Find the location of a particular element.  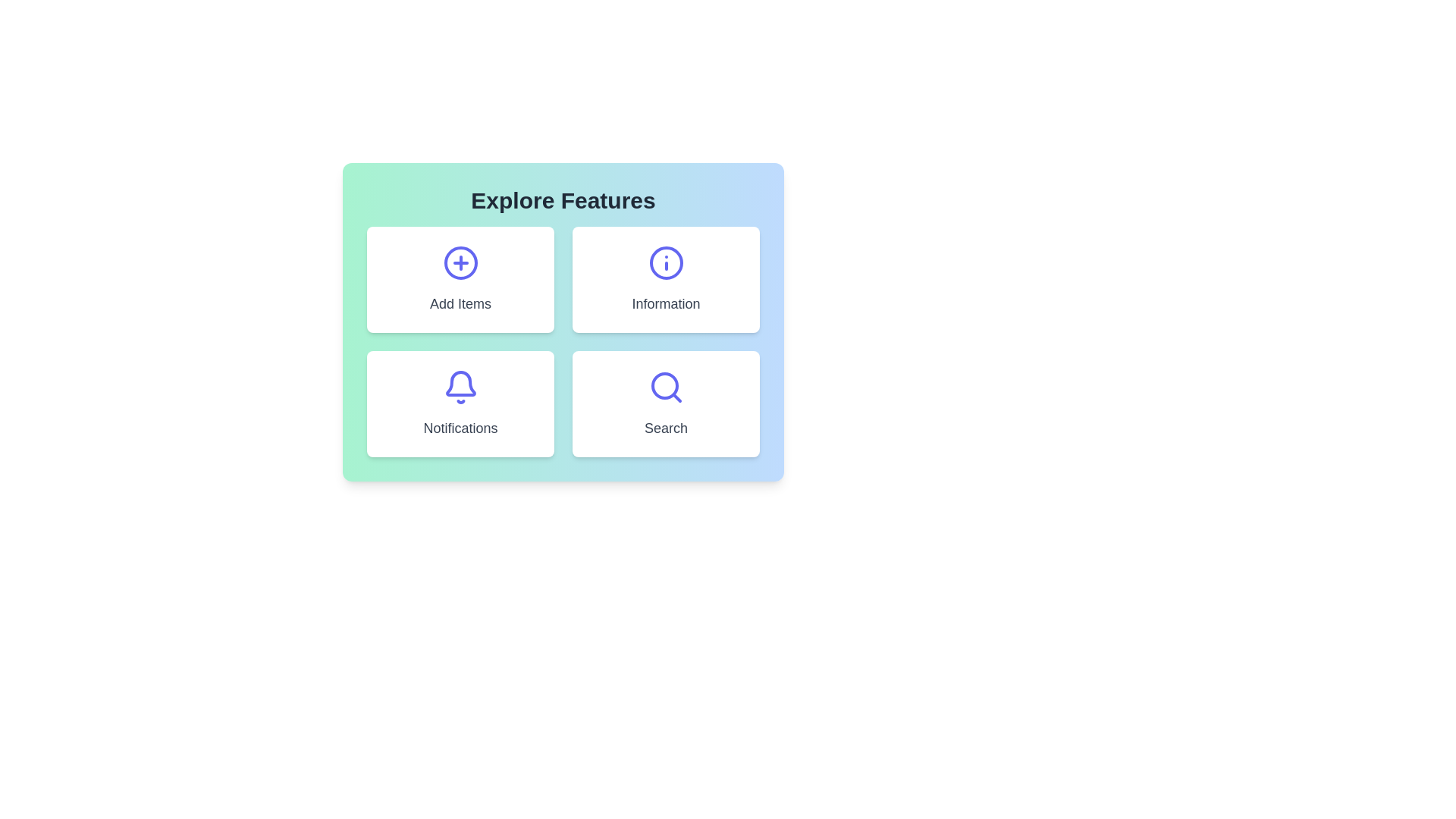

the circular shape of the 'info' icon located in the top-right card of the 'Information' grid in the 'Explore Features' section is located at coordinates (666, 262).